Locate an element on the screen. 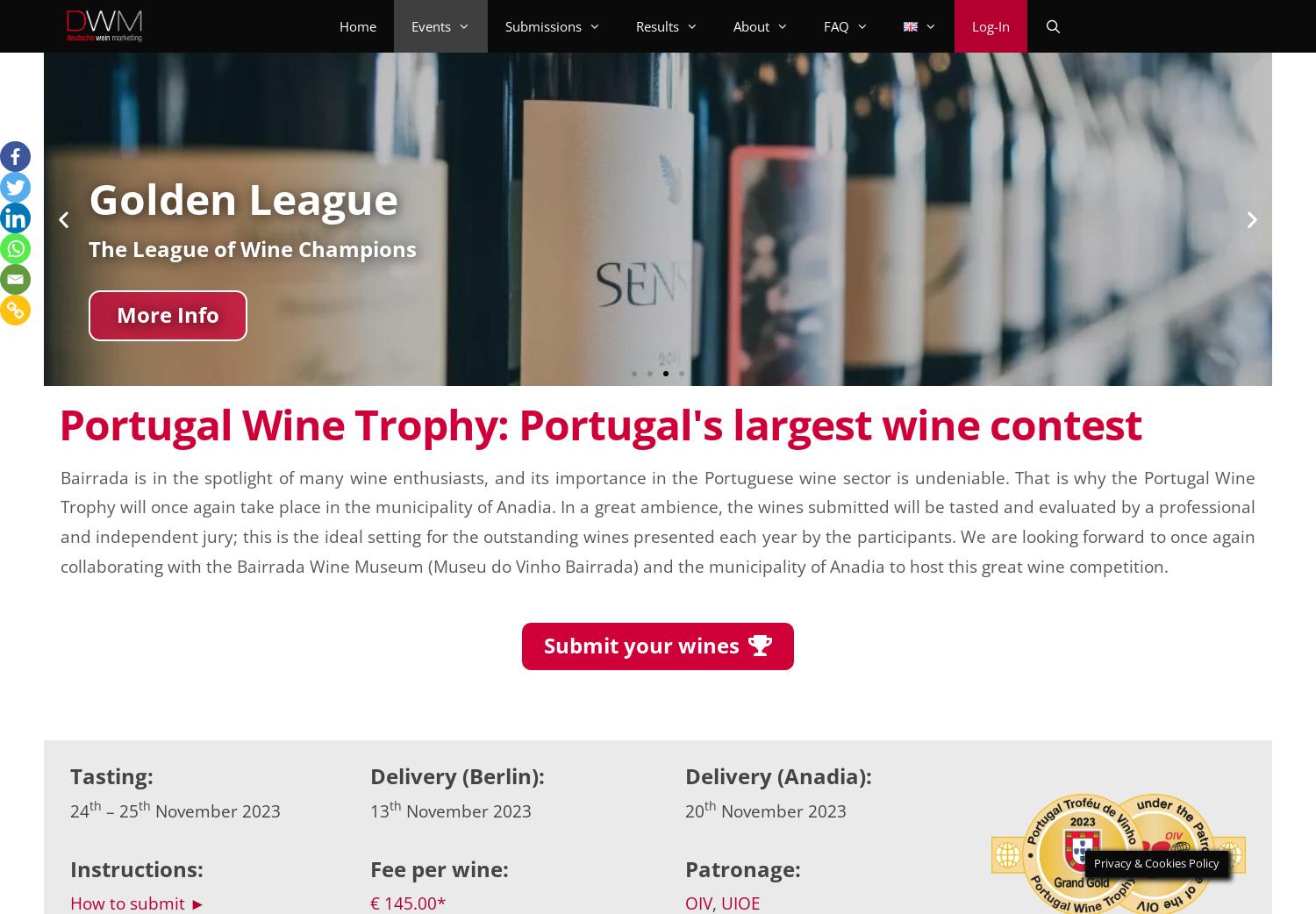 This screenshot has width=1316, height=914. 'Delivery (Anadia):' is located at coordinates (684, 775).